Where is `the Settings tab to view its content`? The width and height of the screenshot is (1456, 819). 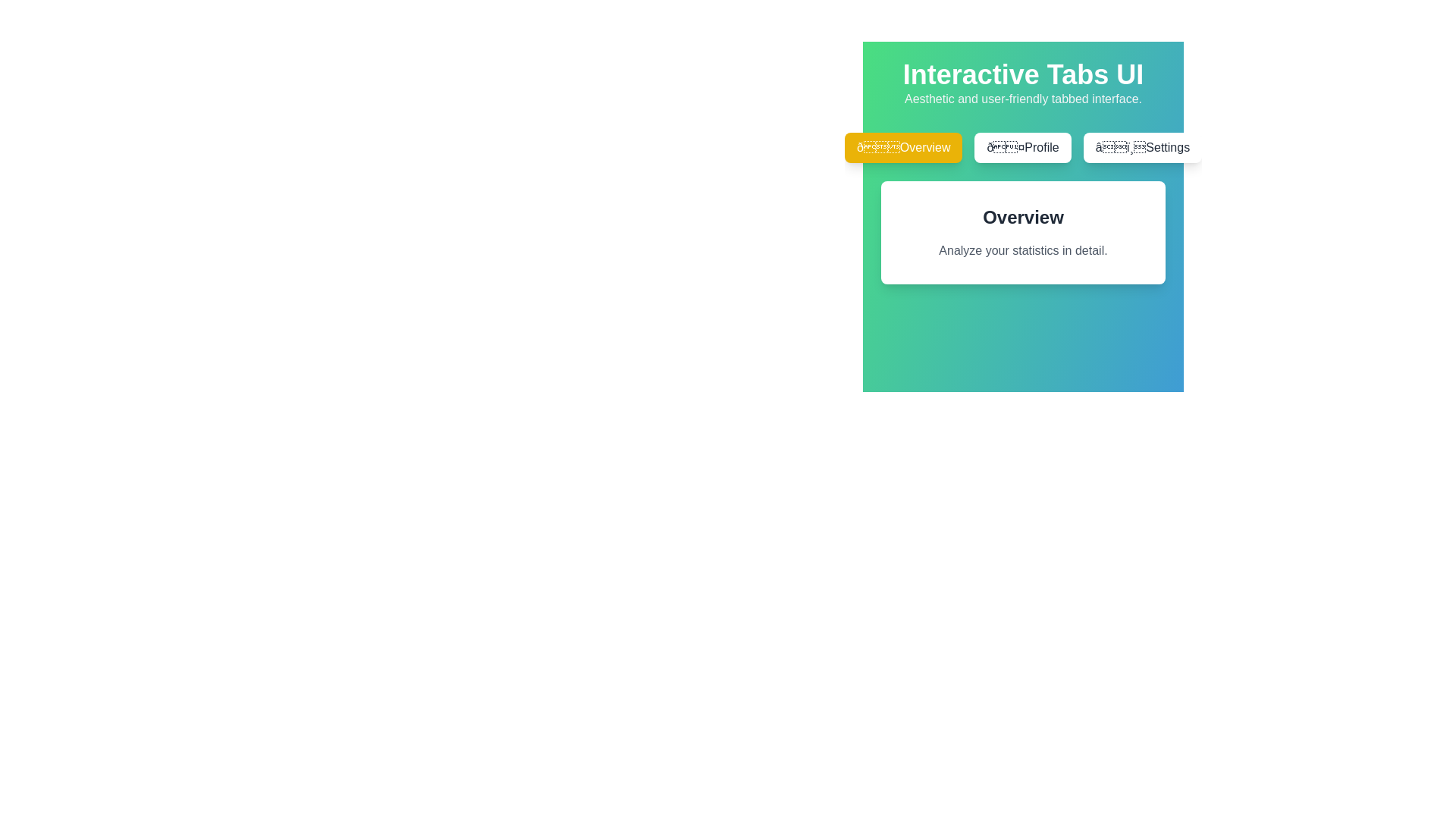 the Settings tab to view its content is located at coordinates (1142, 148).